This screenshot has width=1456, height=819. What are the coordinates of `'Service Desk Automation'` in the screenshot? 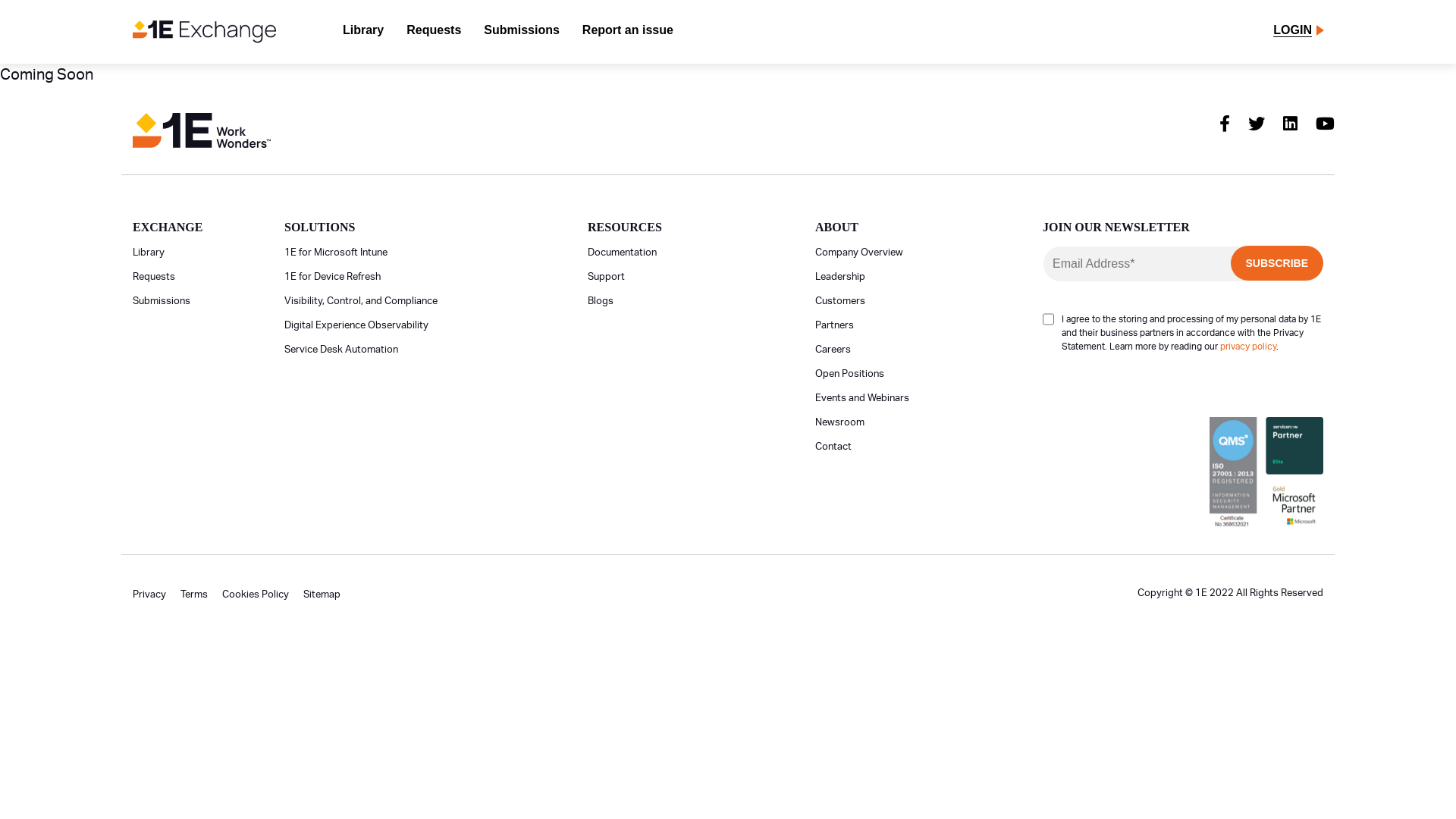 It's located at (340, 350).